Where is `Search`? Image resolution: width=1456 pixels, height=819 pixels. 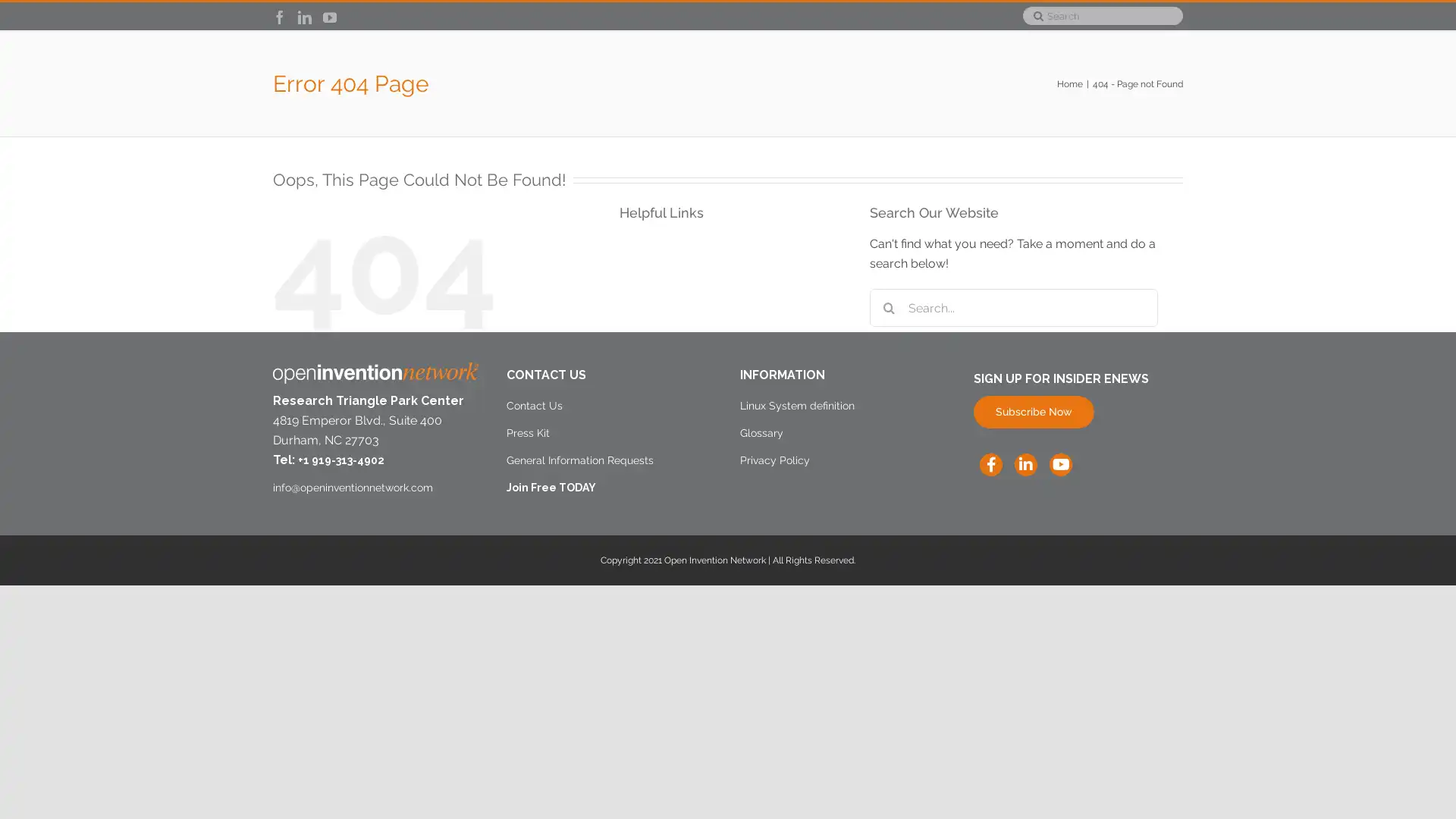
Search is located at coordinates (888, 375).